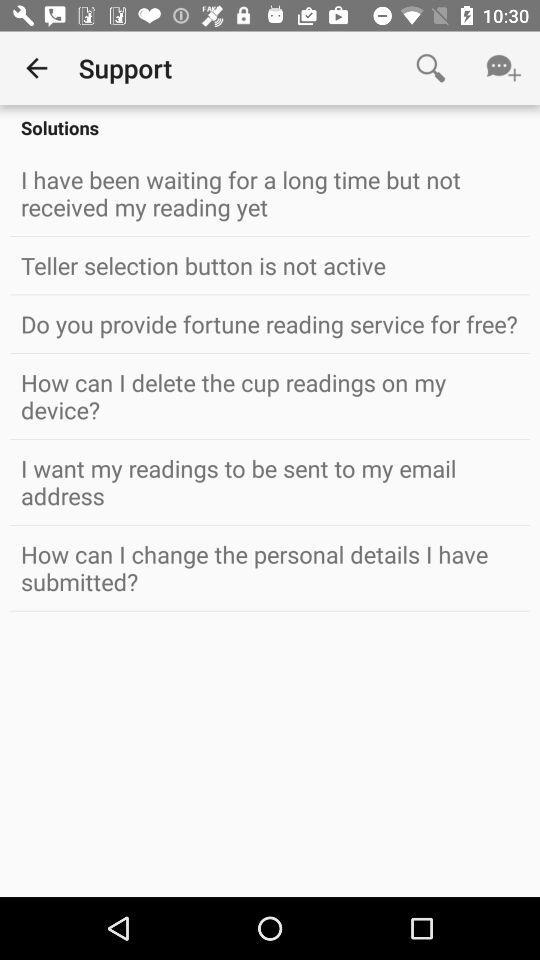 Image resolution: width=540 pixels, height=960 pixels. Describe the element at coordinates (429, 68) in the screenshot. I see `the app next to the support` at that location.